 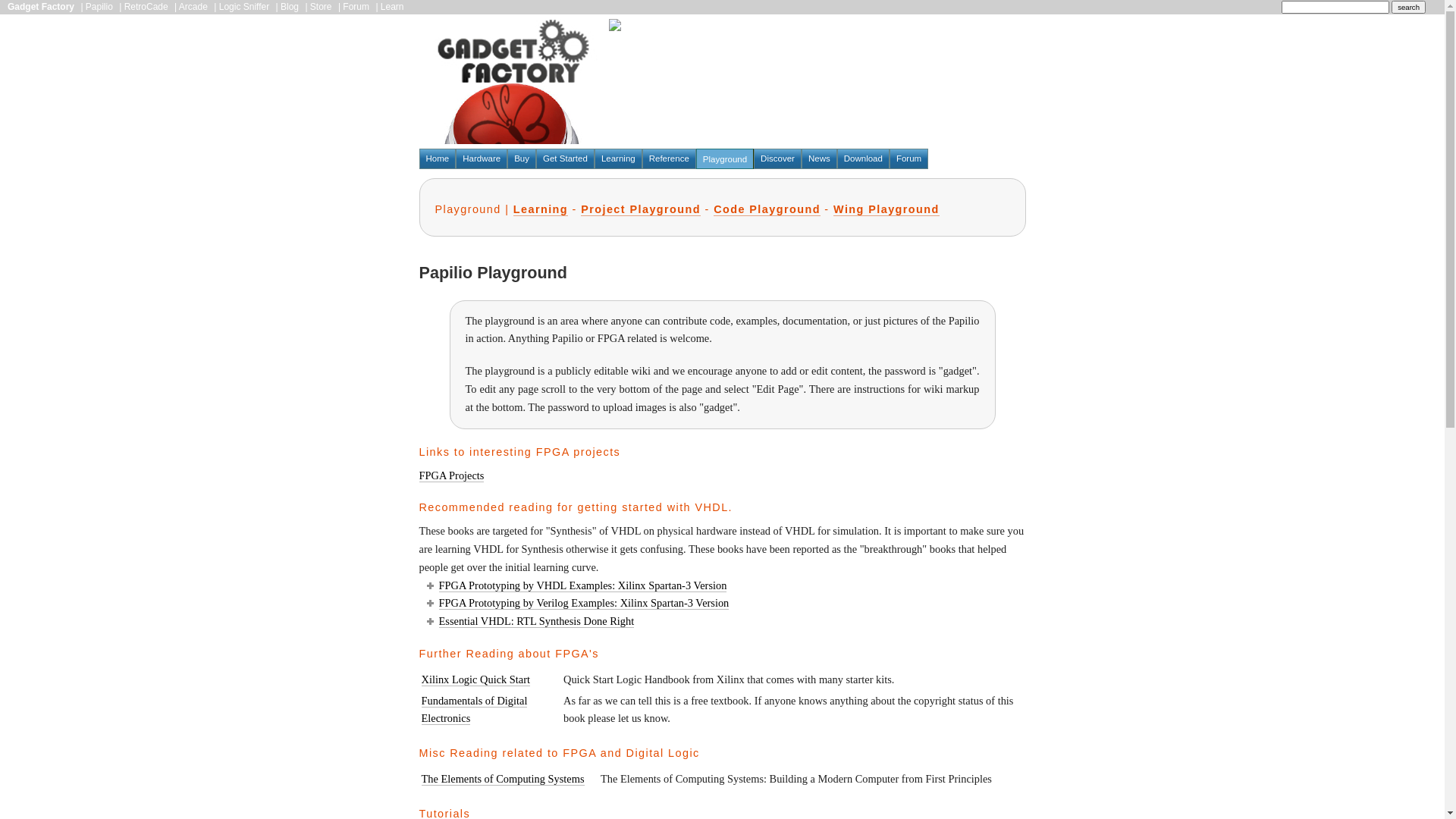 I want to click on 'Learn', so click(x=392, y=6).